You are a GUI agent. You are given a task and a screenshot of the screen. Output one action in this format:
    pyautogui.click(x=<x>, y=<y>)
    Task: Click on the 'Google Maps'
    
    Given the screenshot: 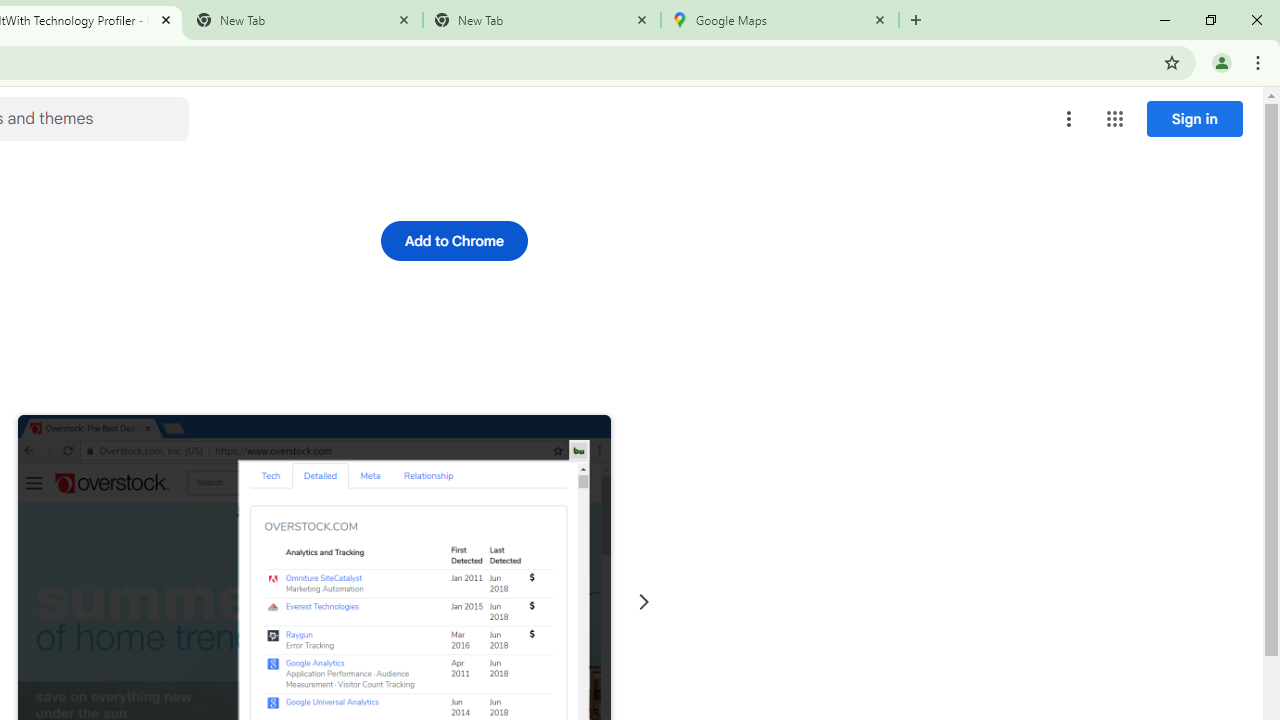 What is the action you would take?
    pyautogui.click(x=778, y=20)
    